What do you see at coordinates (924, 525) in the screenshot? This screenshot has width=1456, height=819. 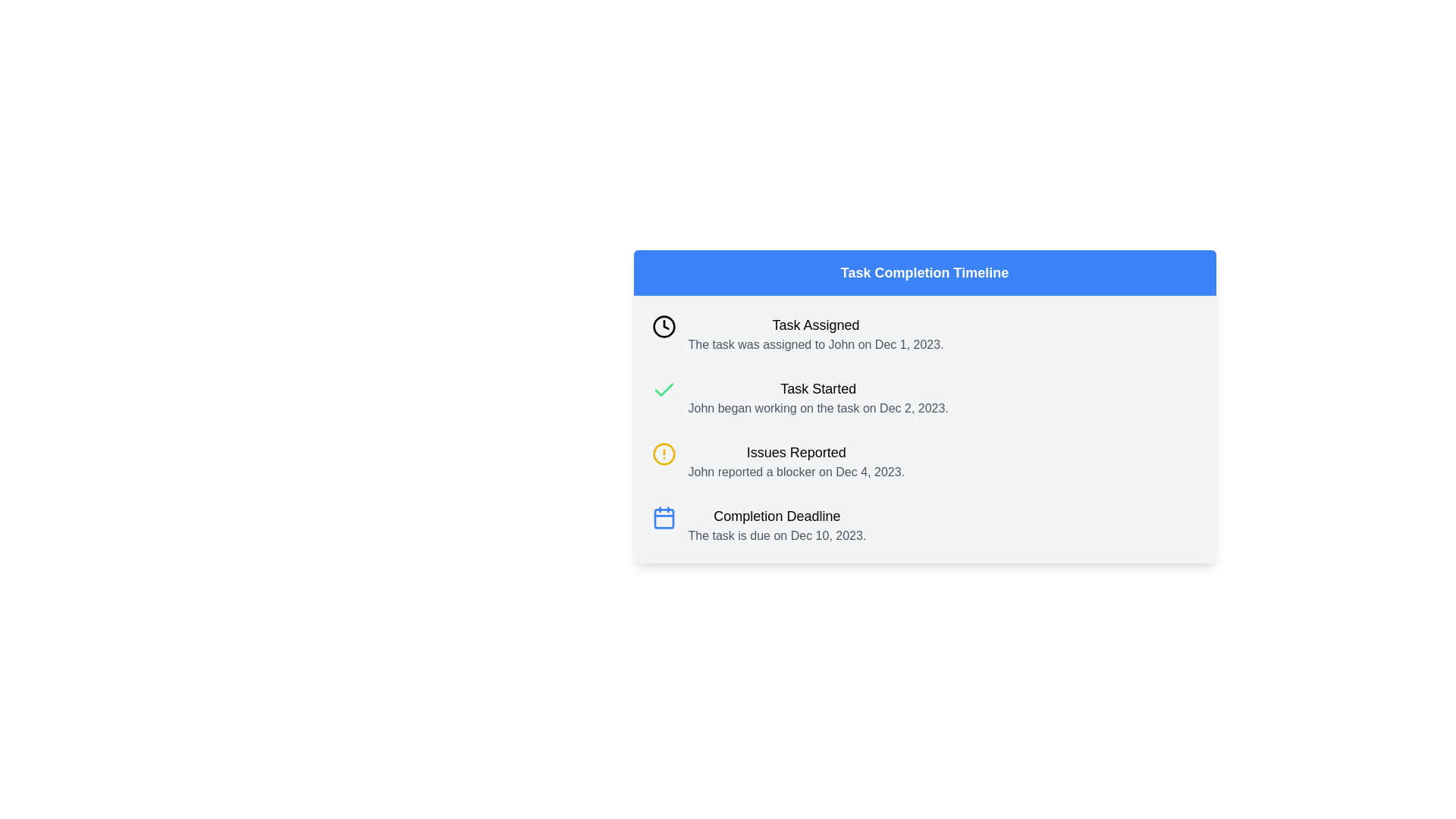 I see `the Information Display Block that shows the deadline for task completion, located beneath the 'Issues Reported' row in the task timeline interface` at bounding box center [924, 525].